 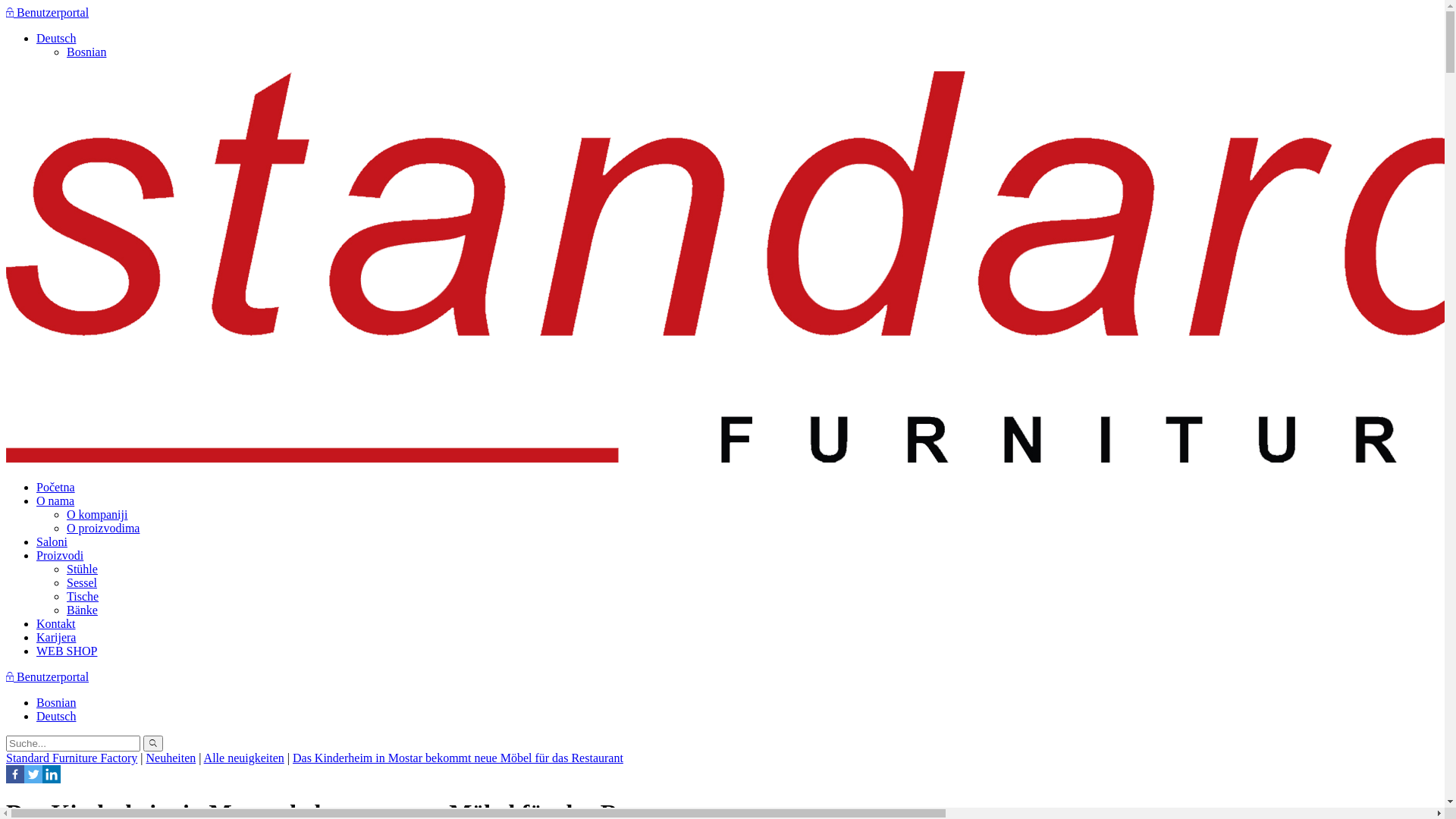 What do you see at coordinates (36, 623) in the screenshot?
I see `'Kontakt'` at bounding box center [36, 623].